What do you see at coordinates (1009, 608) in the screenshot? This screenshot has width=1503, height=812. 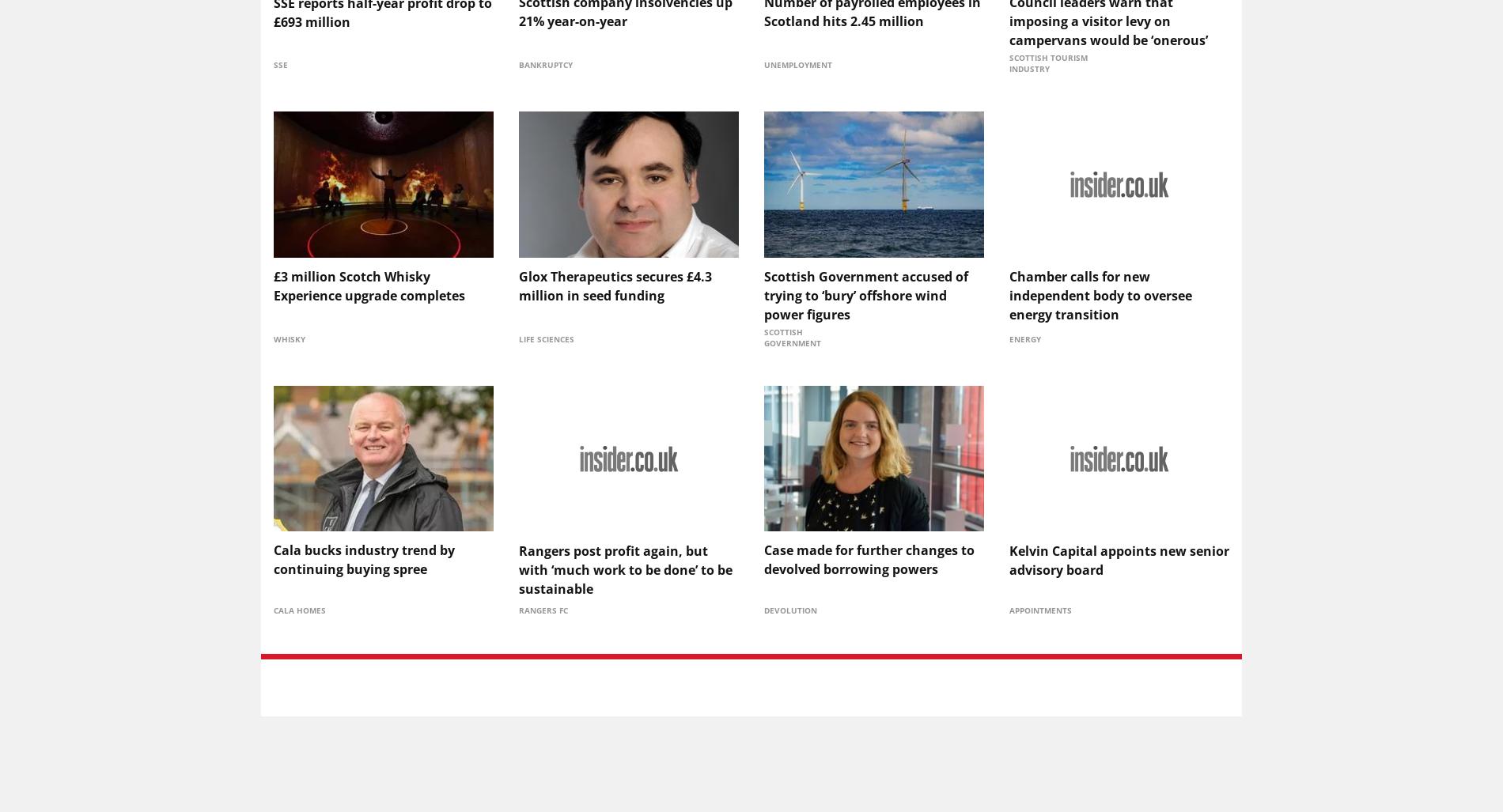 I see `'Appointments'` at bounding box center [1009, 608].